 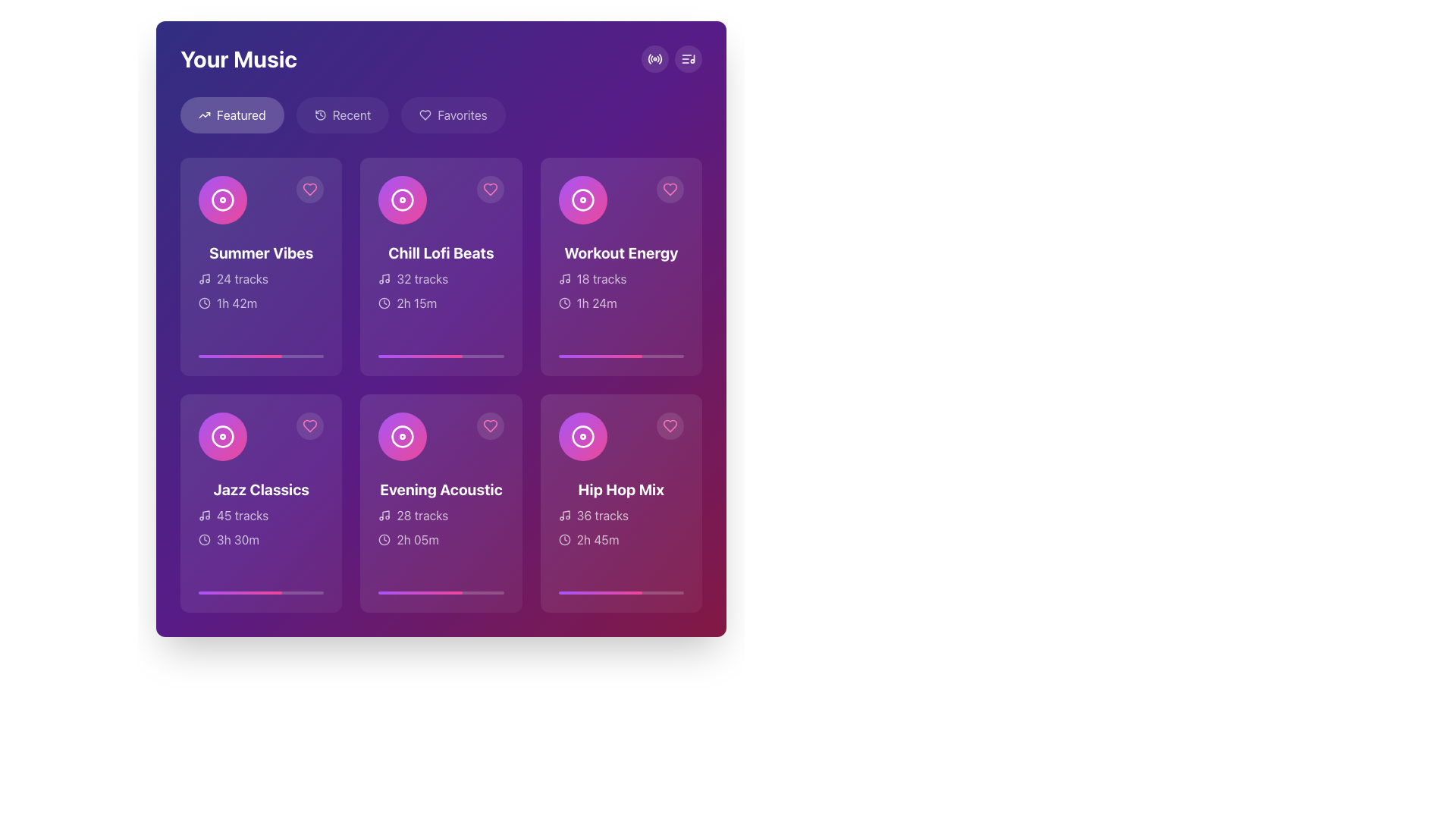 I want to click on the music icon representing audio tracks or playlists, which is located to the left of the text '36 tracks' in the 'Hip Hop Mix' card, so click(x=563, y=514).